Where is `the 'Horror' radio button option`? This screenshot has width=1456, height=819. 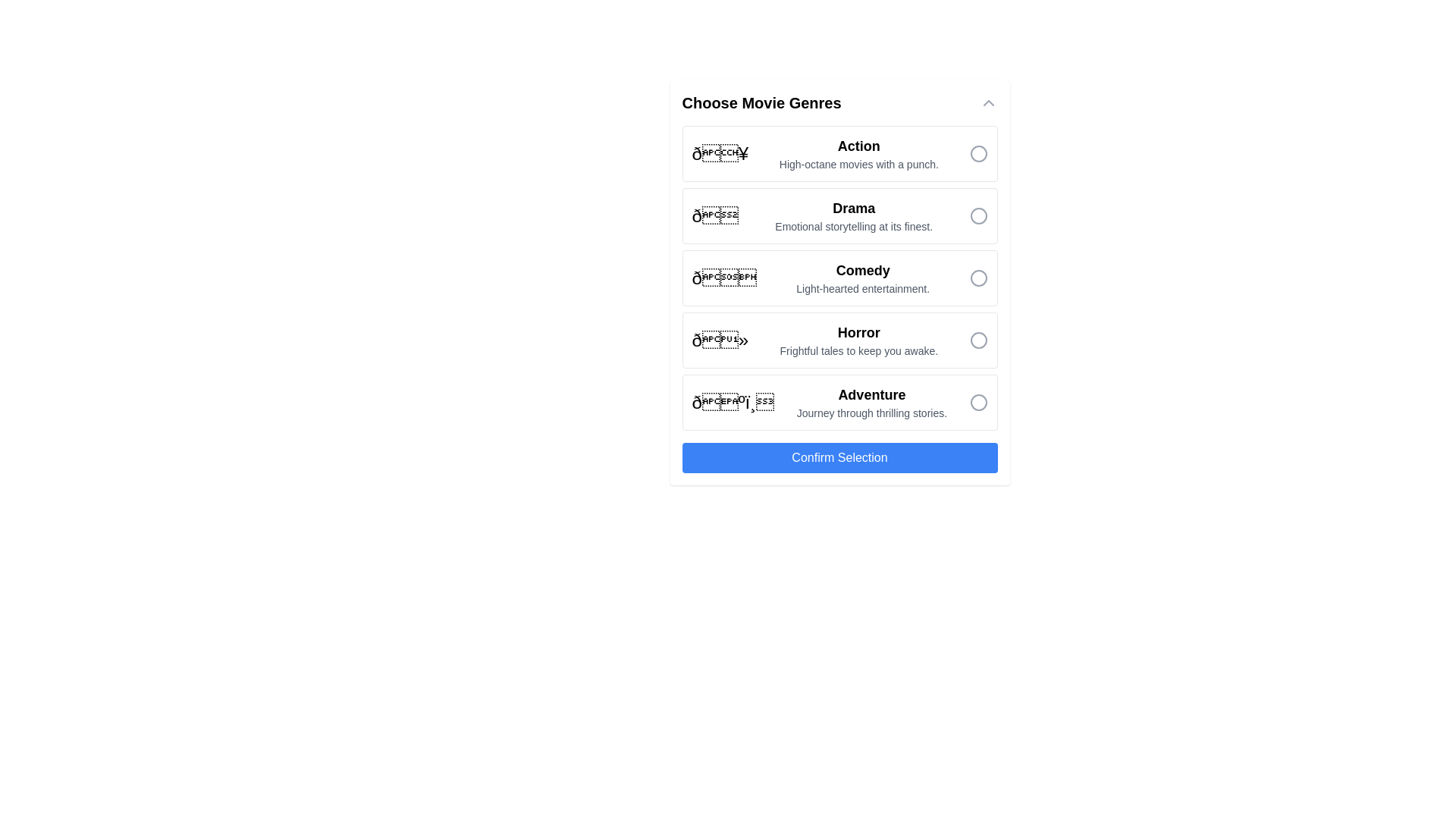
the 'Horror' radio button option is located at coordinates (839, 339).